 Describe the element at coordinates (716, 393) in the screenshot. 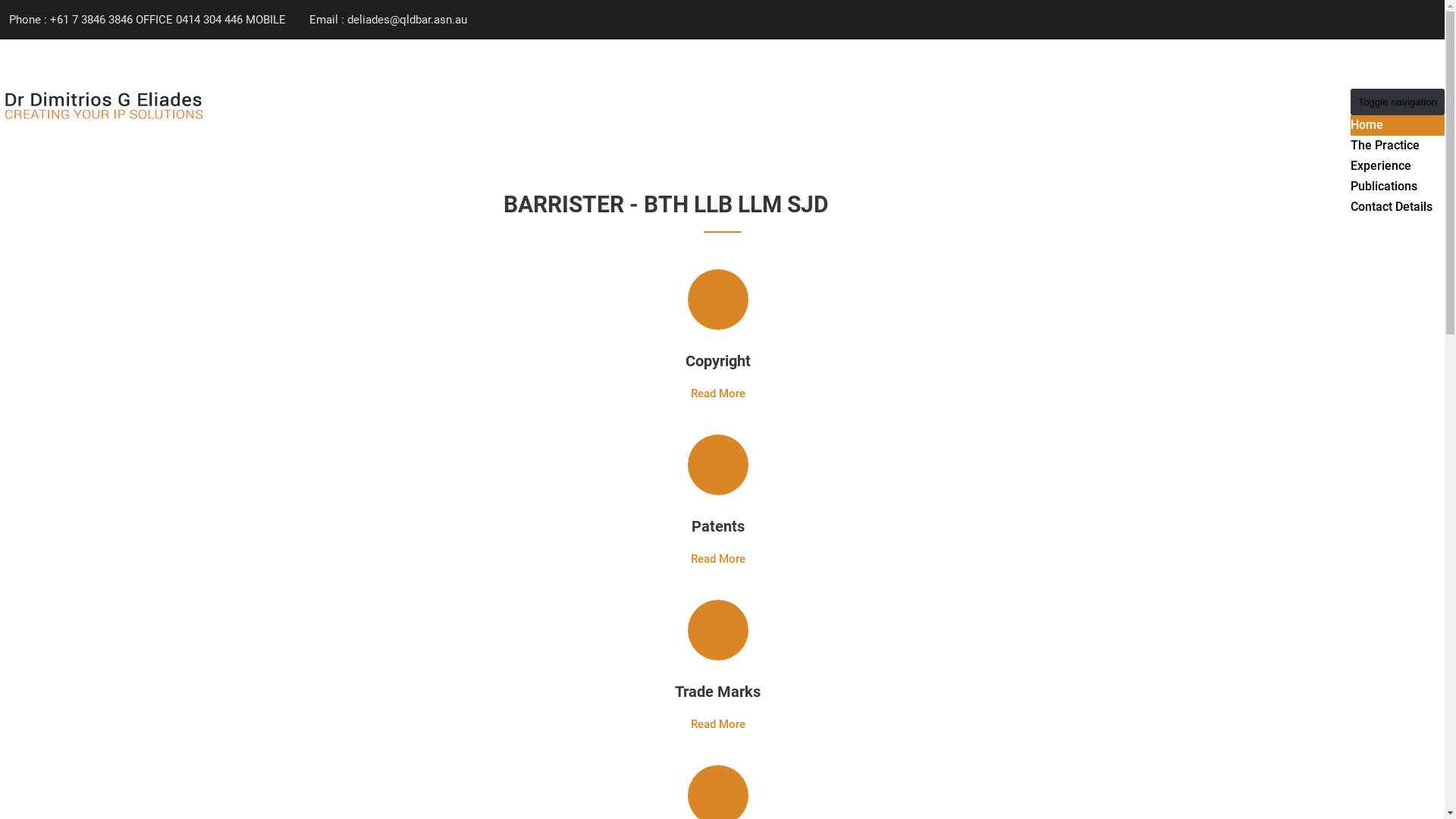

I see `'Read More'` at that location.